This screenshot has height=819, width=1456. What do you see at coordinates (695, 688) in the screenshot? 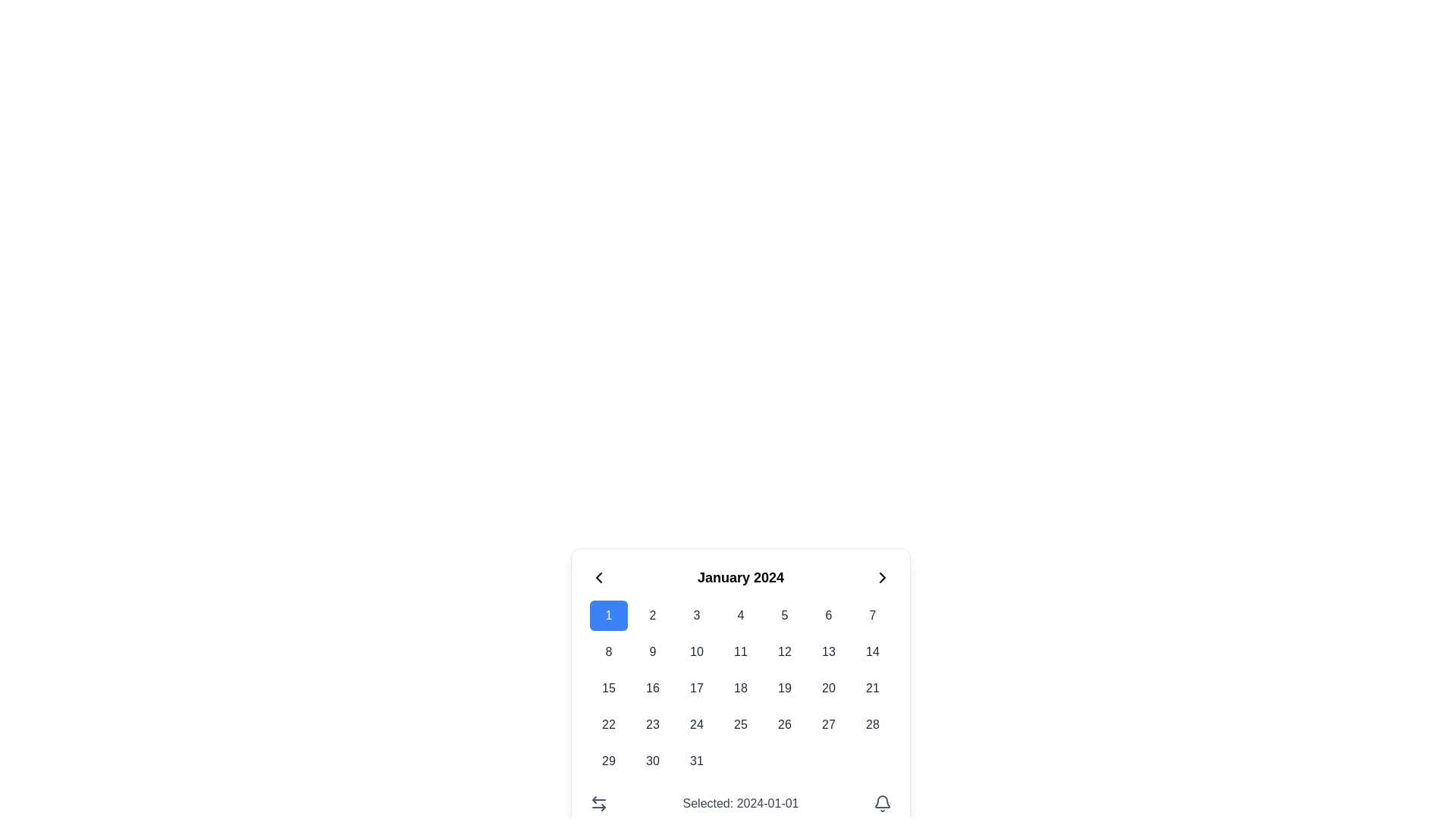
I see `the date '17' in the calendar by clicking on the button-like calendar cell located in the third row and third column of the grid` at bounding box center [695, 688].